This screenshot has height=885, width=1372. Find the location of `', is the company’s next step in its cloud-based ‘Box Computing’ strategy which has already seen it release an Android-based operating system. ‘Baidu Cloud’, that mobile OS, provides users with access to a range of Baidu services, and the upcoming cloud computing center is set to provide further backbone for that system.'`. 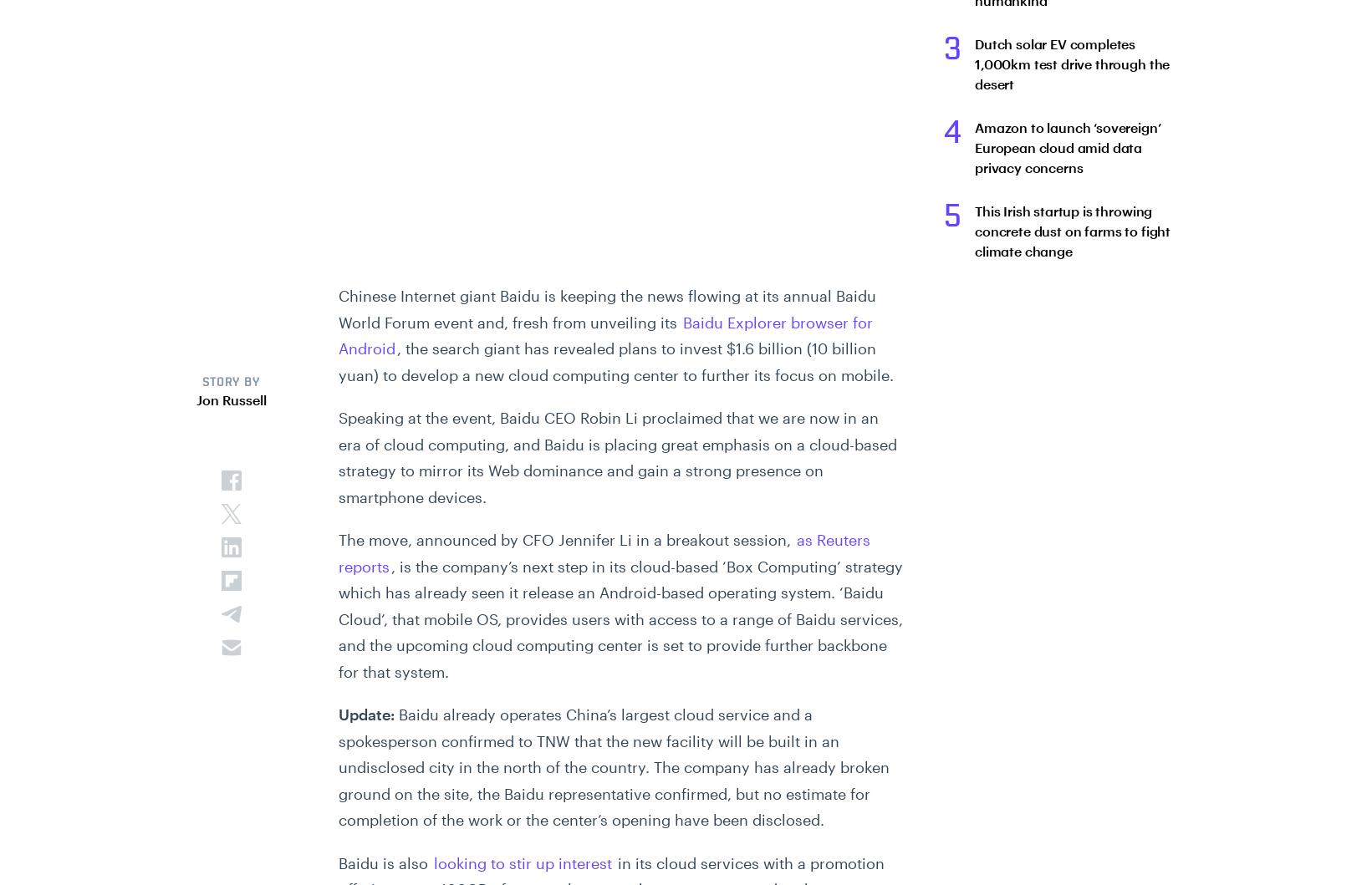

', is the company’s next step in its cloud-based ‘Box Computing’ strategy which has already seen it release an Android-based operating system. ‘Baidu Cloud’, that mobile OS, provides users with access to a range of Baidu services, and the upcoming cloud computing center is set to provide further backbone for that system.' is located at coordinates (619, 618).